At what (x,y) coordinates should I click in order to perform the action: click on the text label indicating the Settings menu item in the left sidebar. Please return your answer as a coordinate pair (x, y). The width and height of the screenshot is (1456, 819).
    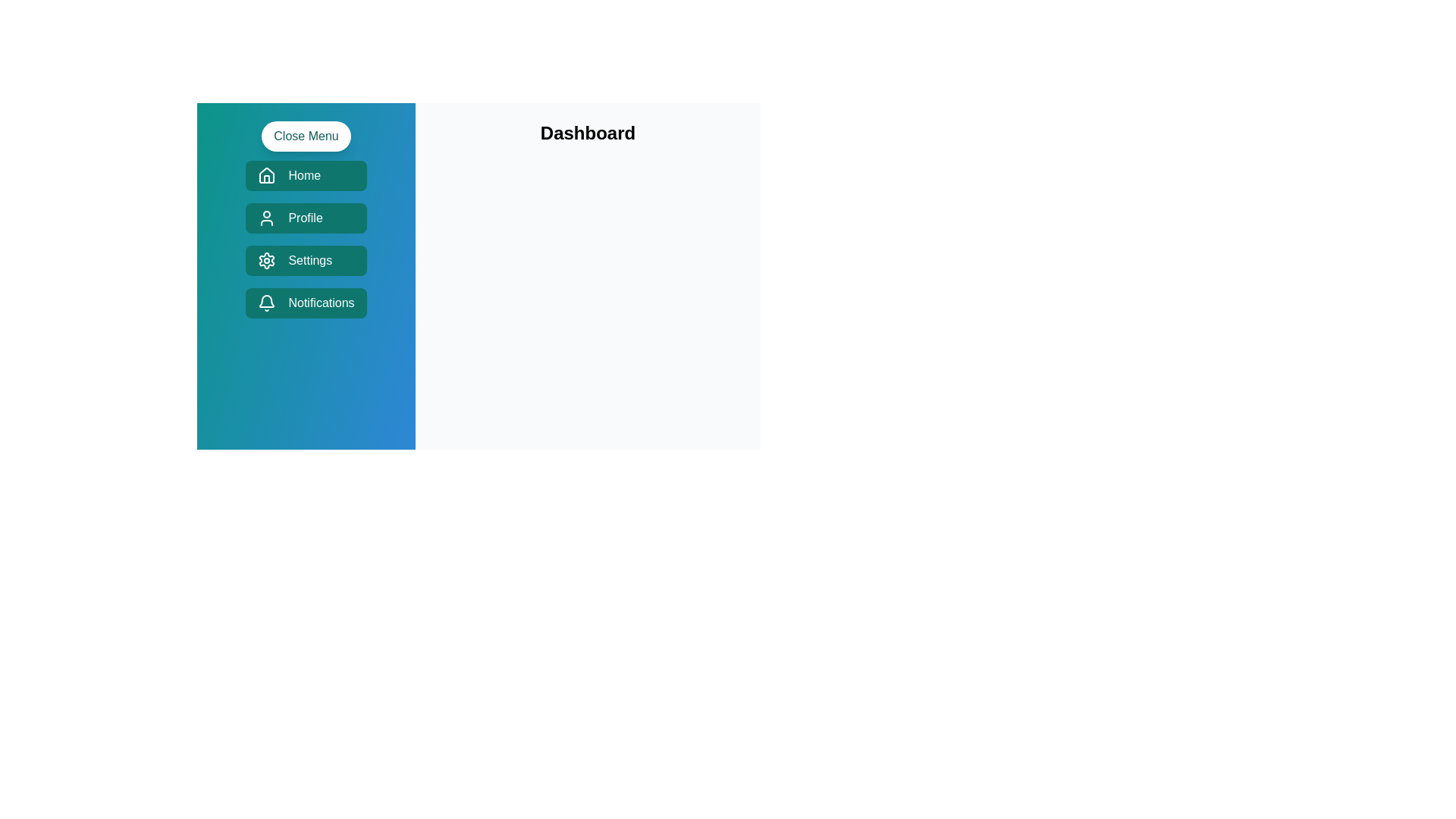
    Looking at the image, I should click on (309, 259).